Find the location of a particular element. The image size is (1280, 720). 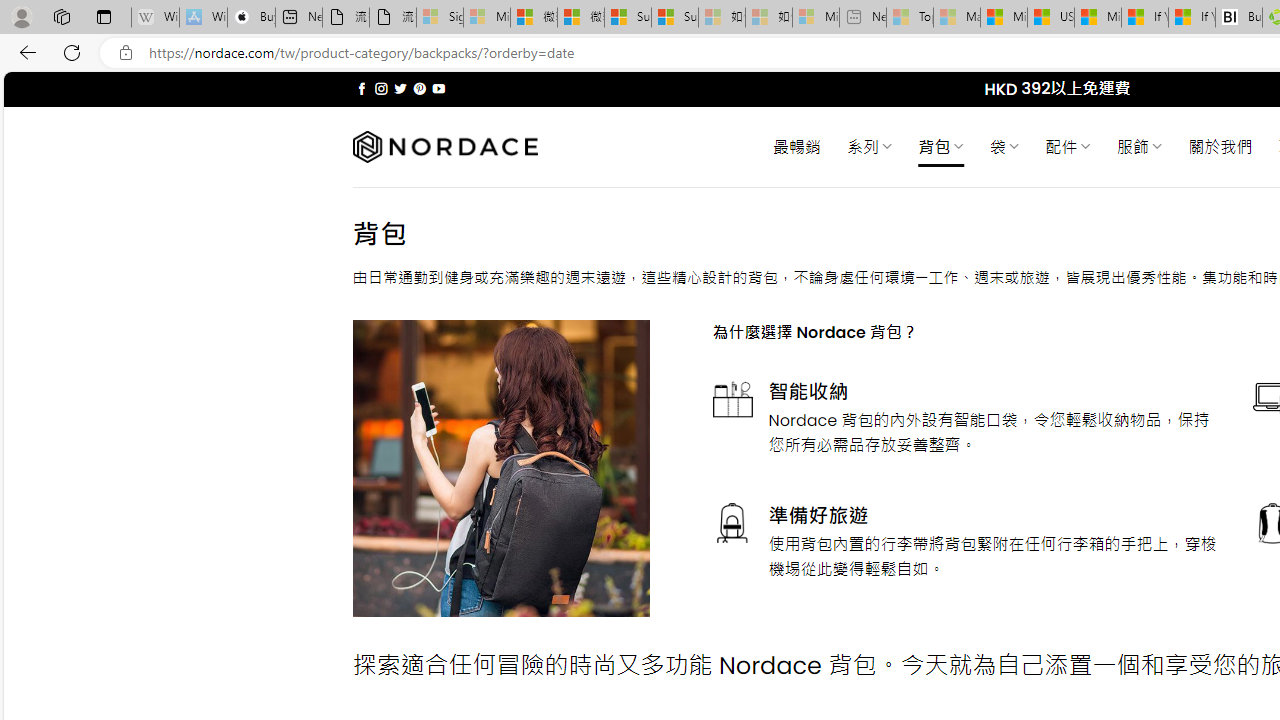

'Personal Profile' is located at coordinates (21, 16).